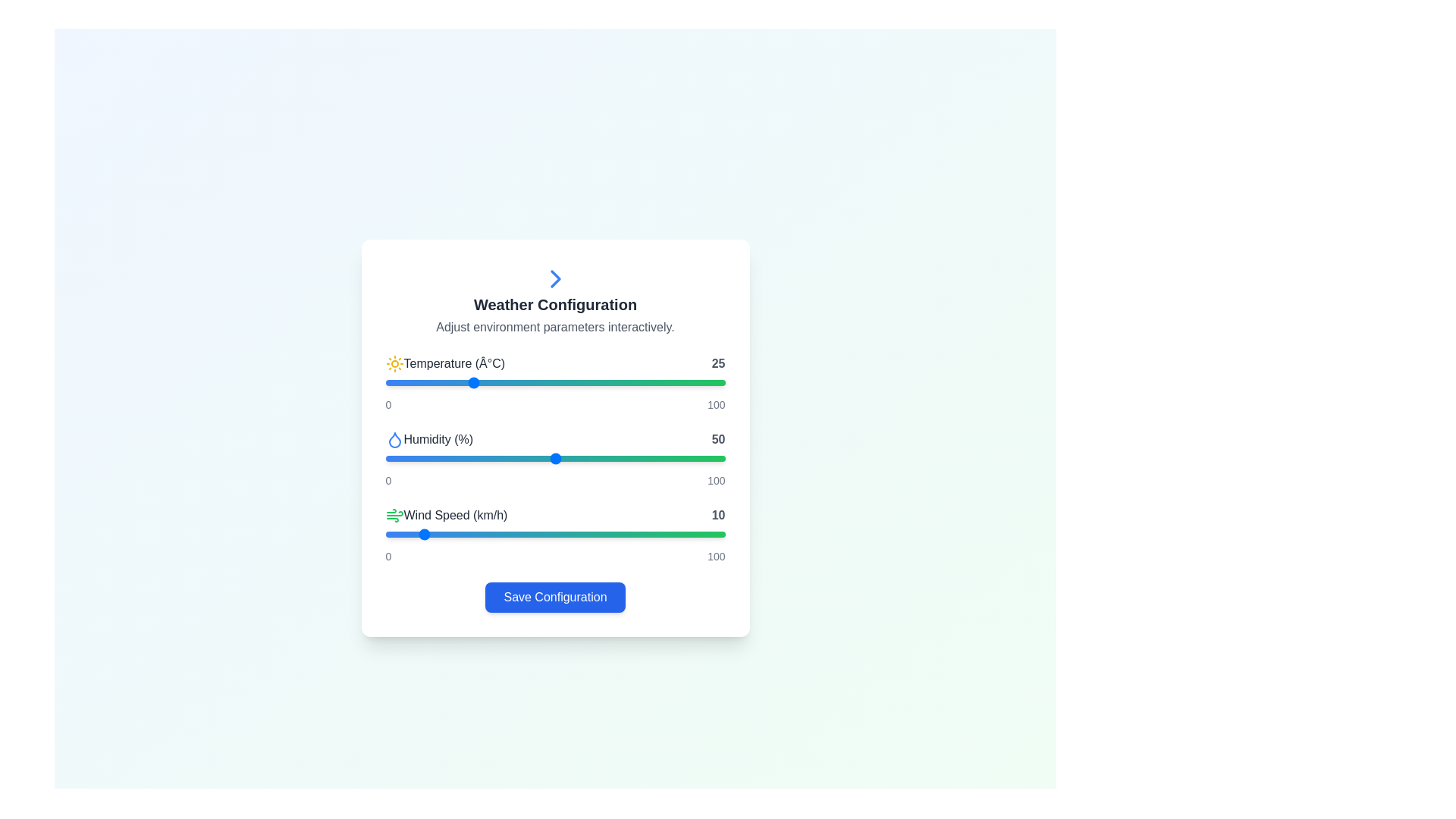 The image size is (1456, 819). Describe the element at coordinates (654, 458) in the screenshot. I see `the humidity level` at that location.